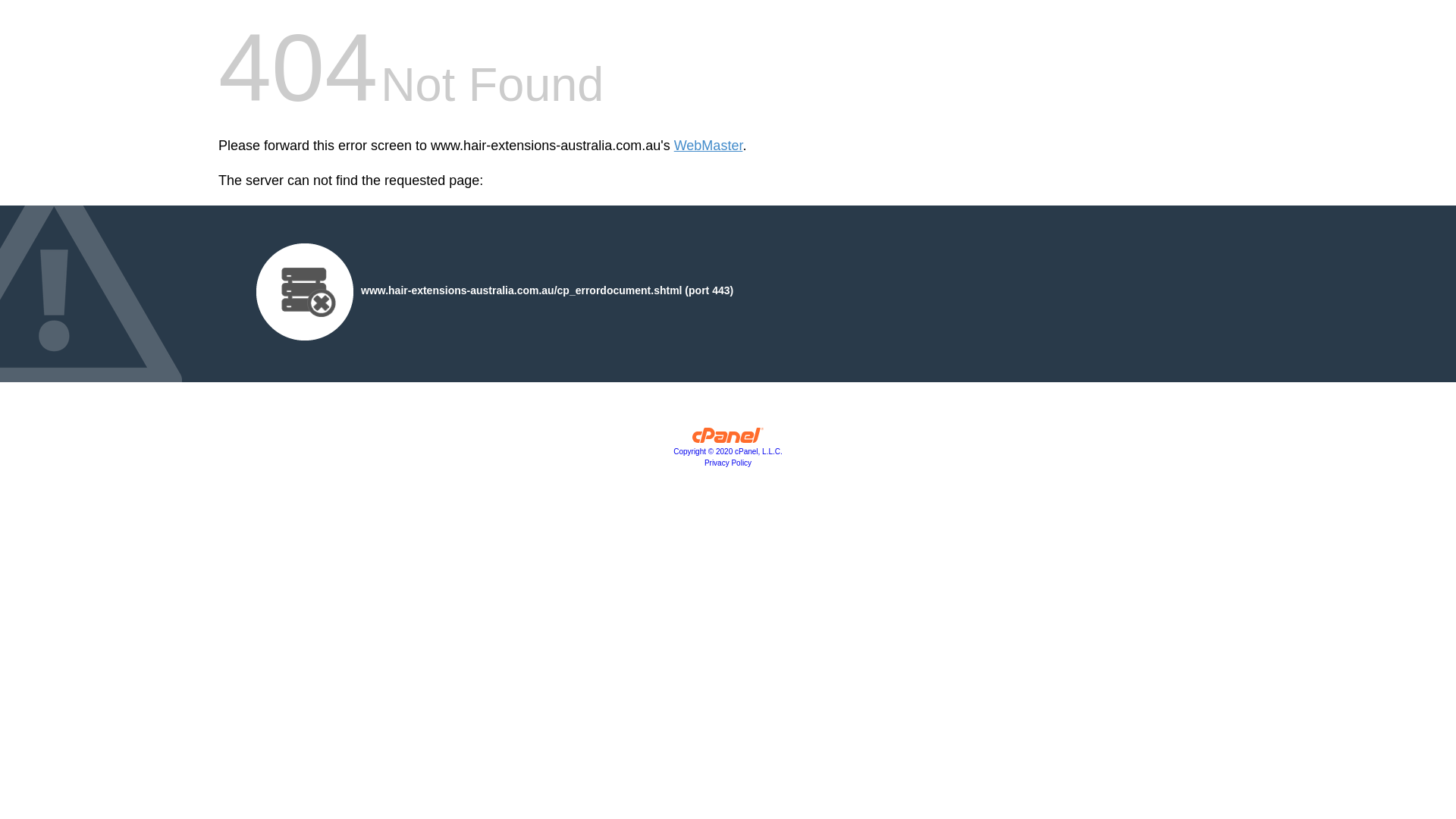 The height and width of the screenshot is (819, 1456). What do you see at coordinates (728, 438) in the screenshot?
I see `'cPanel, Inc.'` at bounding box center [728, 438].